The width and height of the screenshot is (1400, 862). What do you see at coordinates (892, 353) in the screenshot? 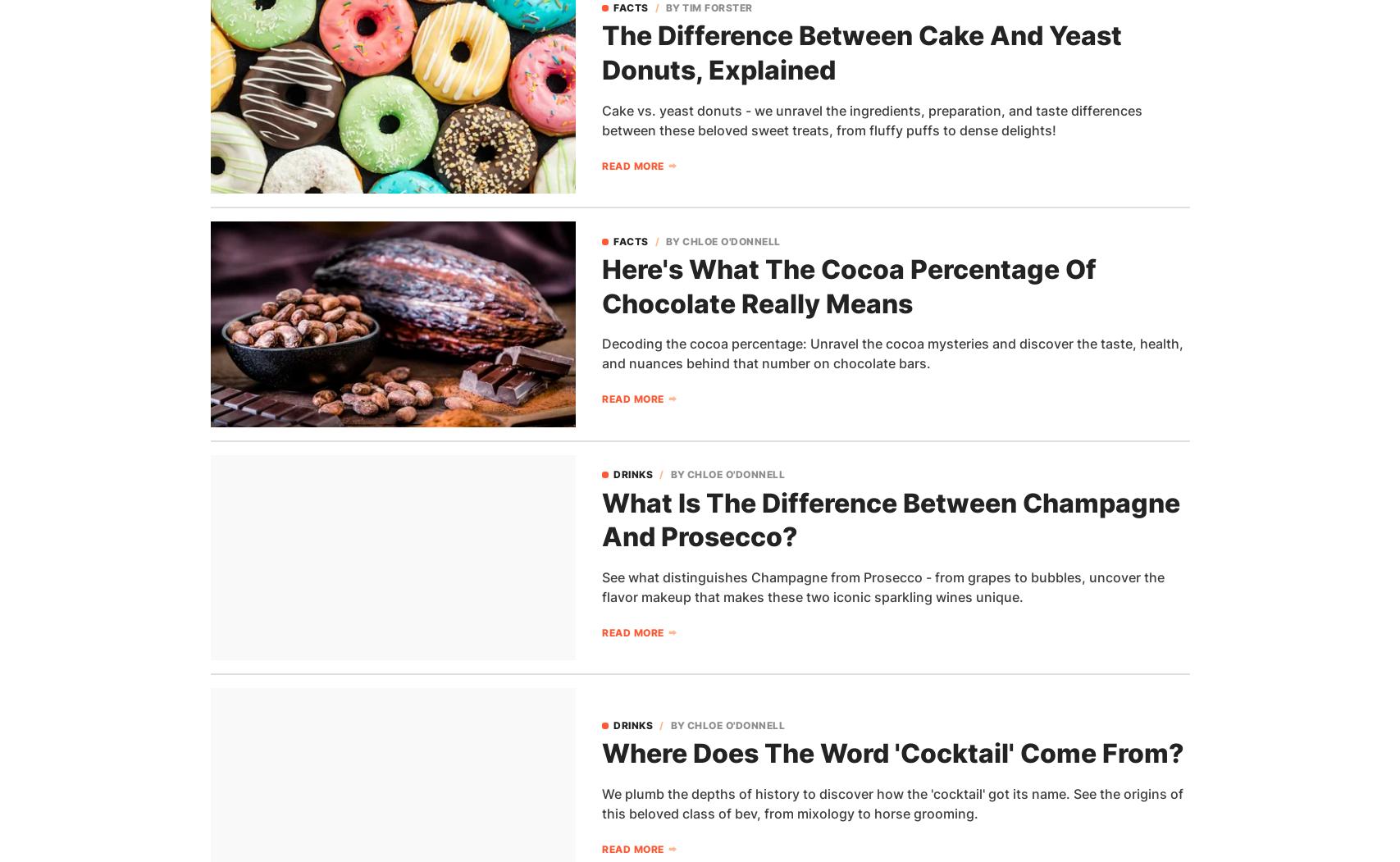
I see `'Decoding the cocoa percentage: Unravel the cocoa mysteries and discover the taste, health, and nuances behind that number on chocolate bars.'` at bounding box center [892, 353].